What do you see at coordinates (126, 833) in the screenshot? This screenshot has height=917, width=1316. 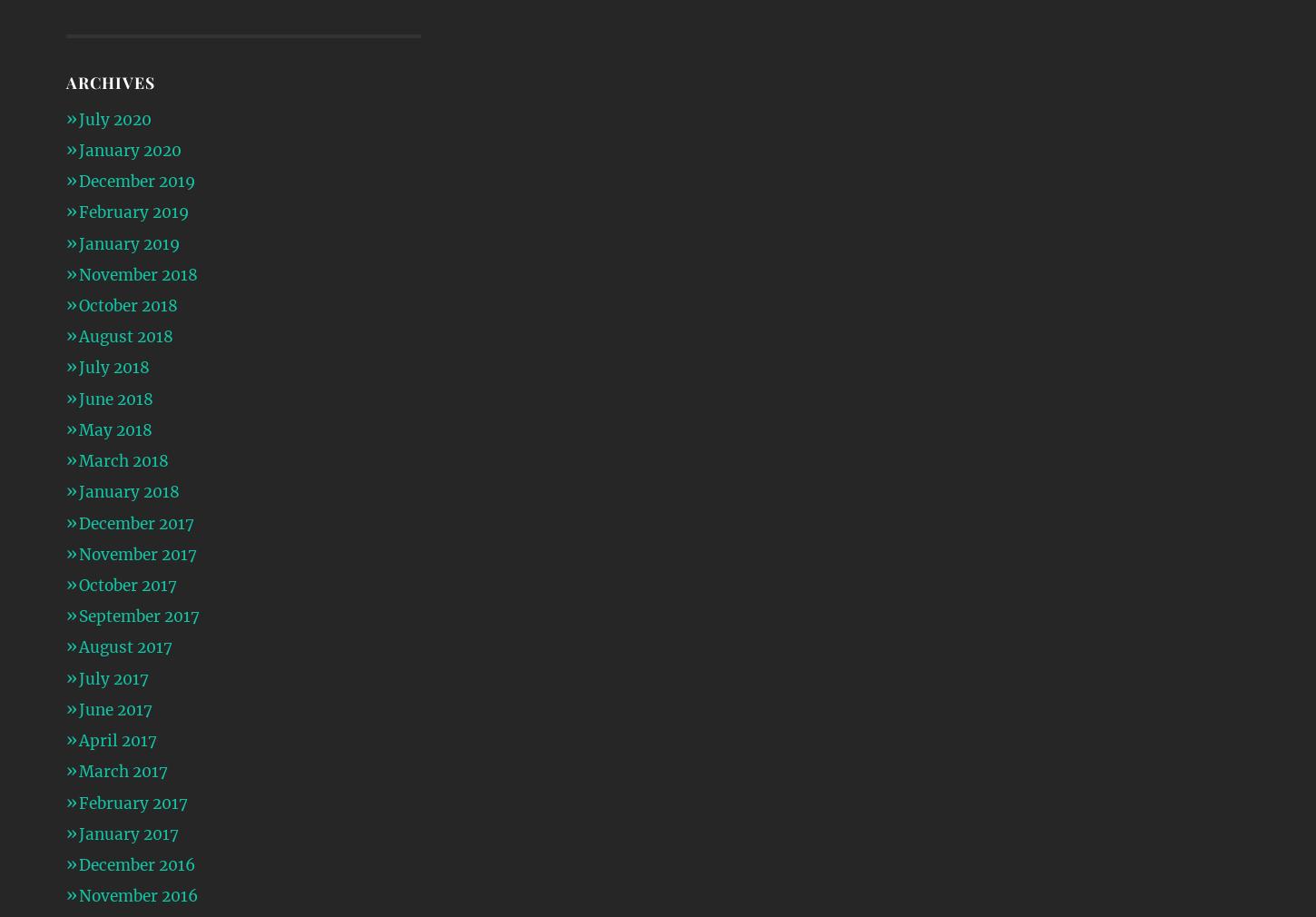 I see `'January 2017'` at bounding box center [126, 833].